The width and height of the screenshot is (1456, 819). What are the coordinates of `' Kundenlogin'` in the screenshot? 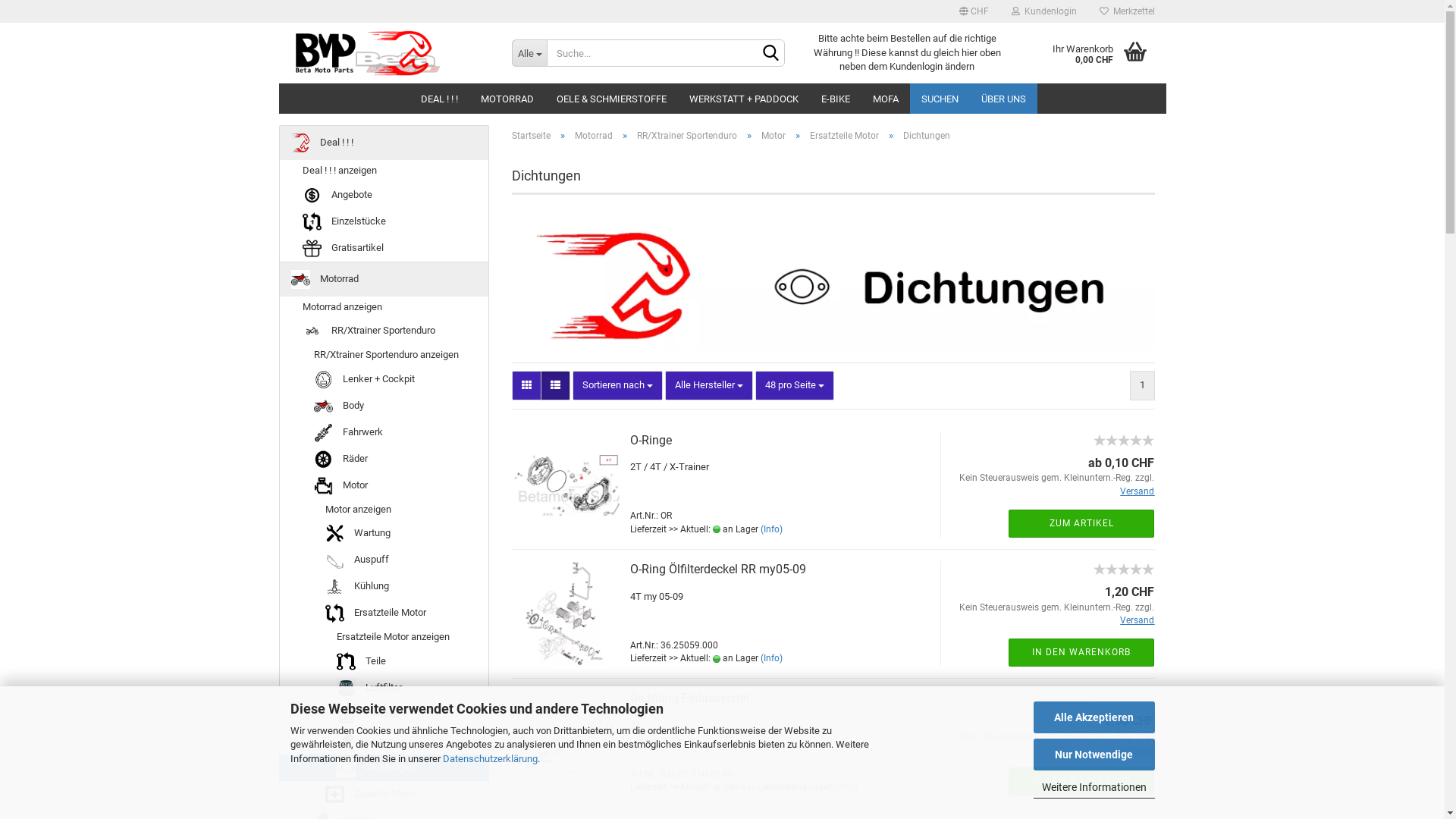 It's located at (1043, 11).